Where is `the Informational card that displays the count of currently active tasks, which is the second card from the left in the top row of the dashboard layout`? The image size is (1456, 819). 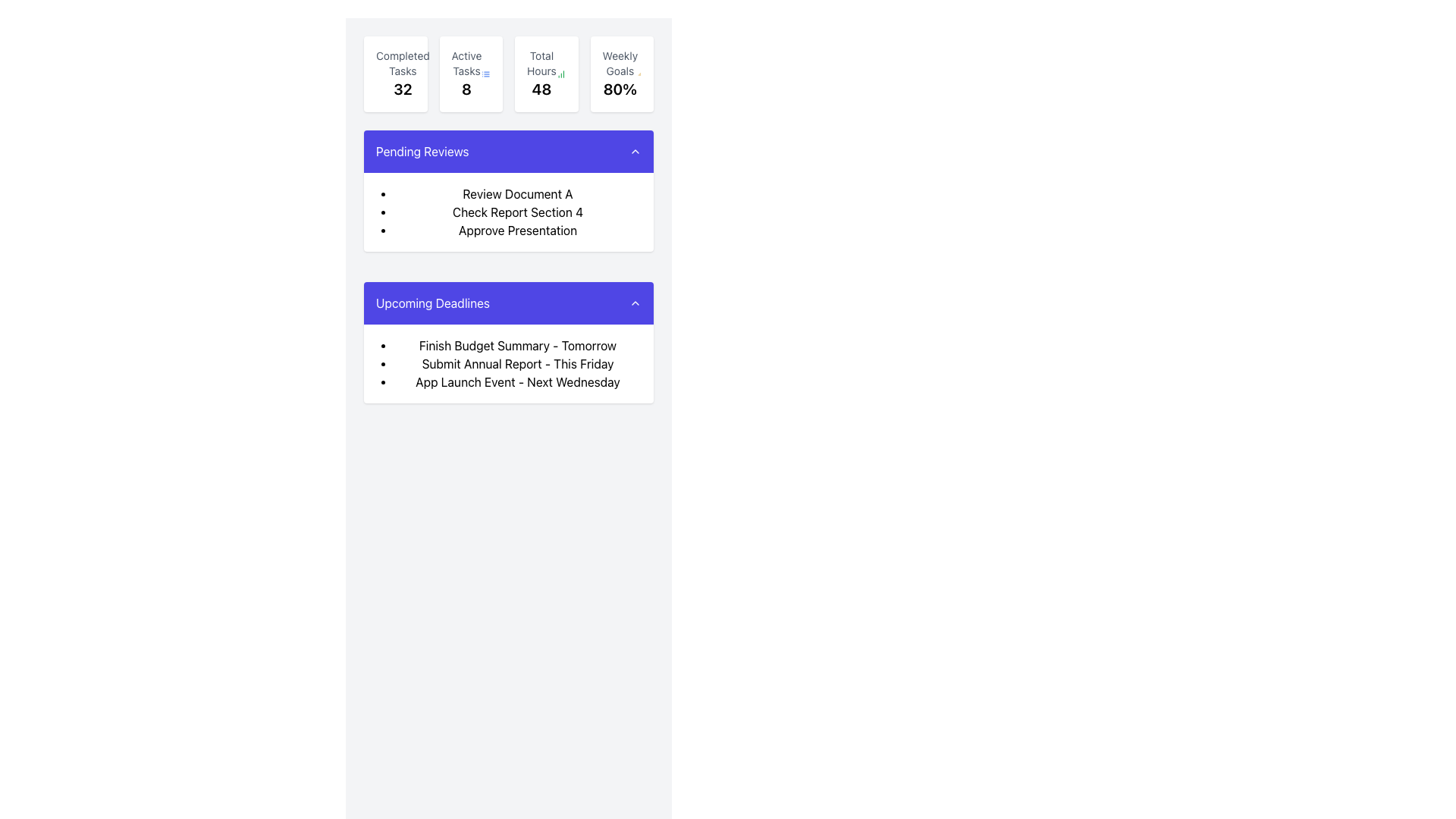
the Informational card that displays the count of currently active tasks, which is the second card from the left in the top row of the dashboard layout is located at coordinates (470, 74).